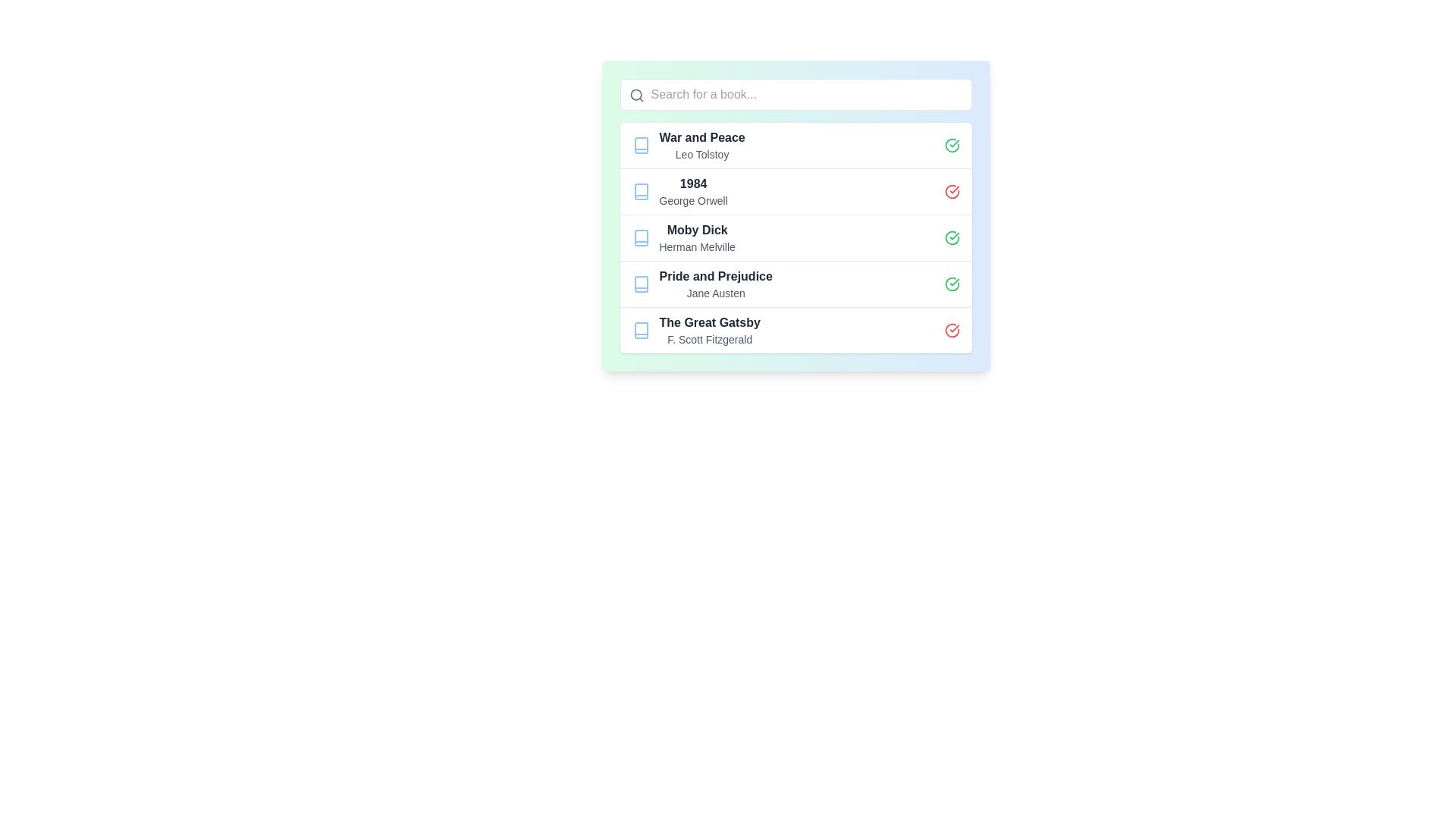 The image size is (1456, 819). Describe the element at coordinates (709, 322) in the screenshot. I see `the text label representing the title of the book, located at the bottom-most item of a vertical list, to interact with nearby elements related to the book` at that location.